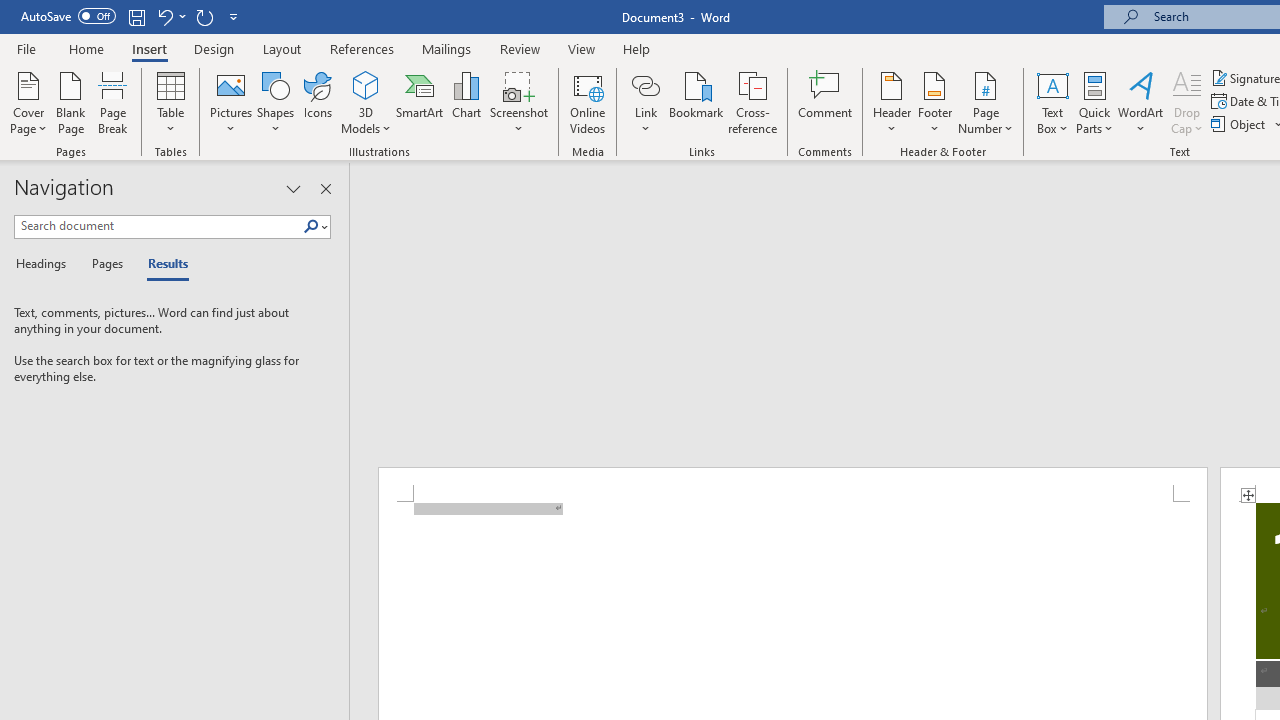 Image resolution: width=1280 pixels, height=720 pixels. I want to click on 'WordArt', so click(1141, 103).